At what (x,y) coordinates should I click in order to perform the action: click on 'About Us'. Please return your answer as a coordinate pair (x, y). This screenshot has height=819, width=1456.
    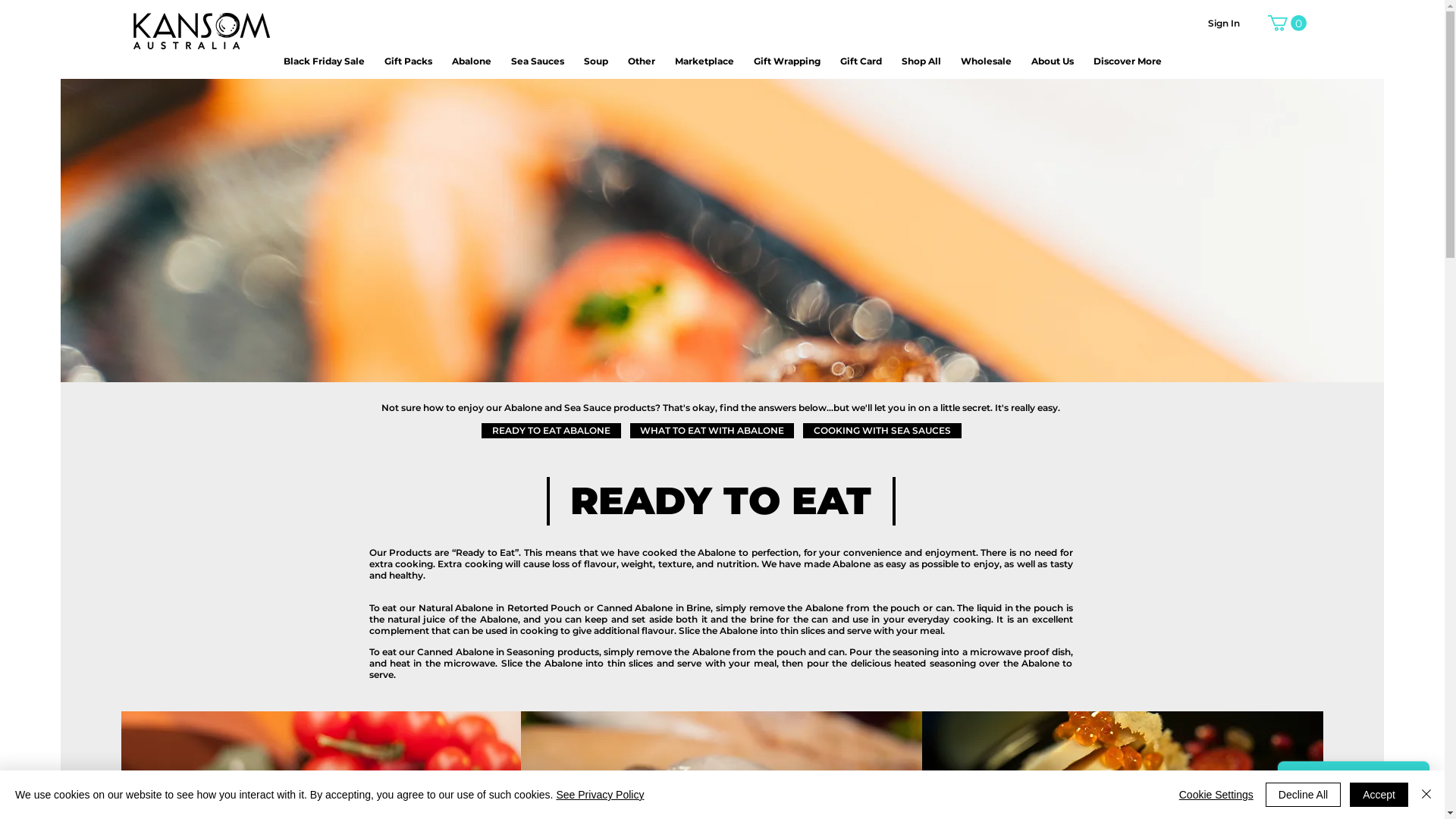
    Looking at the image, I should click on (1031, 60).